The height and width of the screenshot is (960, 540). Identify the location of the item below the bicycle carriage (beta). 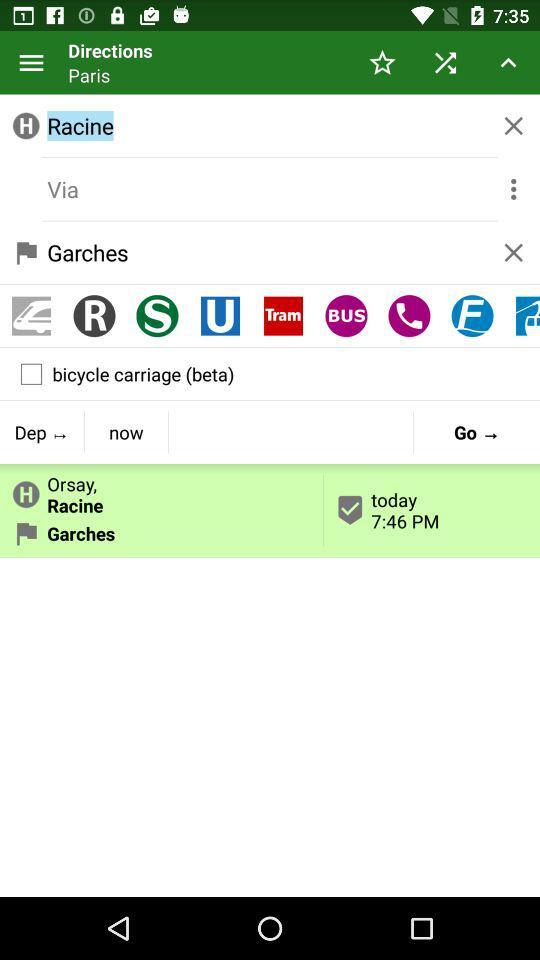
(42, 432).